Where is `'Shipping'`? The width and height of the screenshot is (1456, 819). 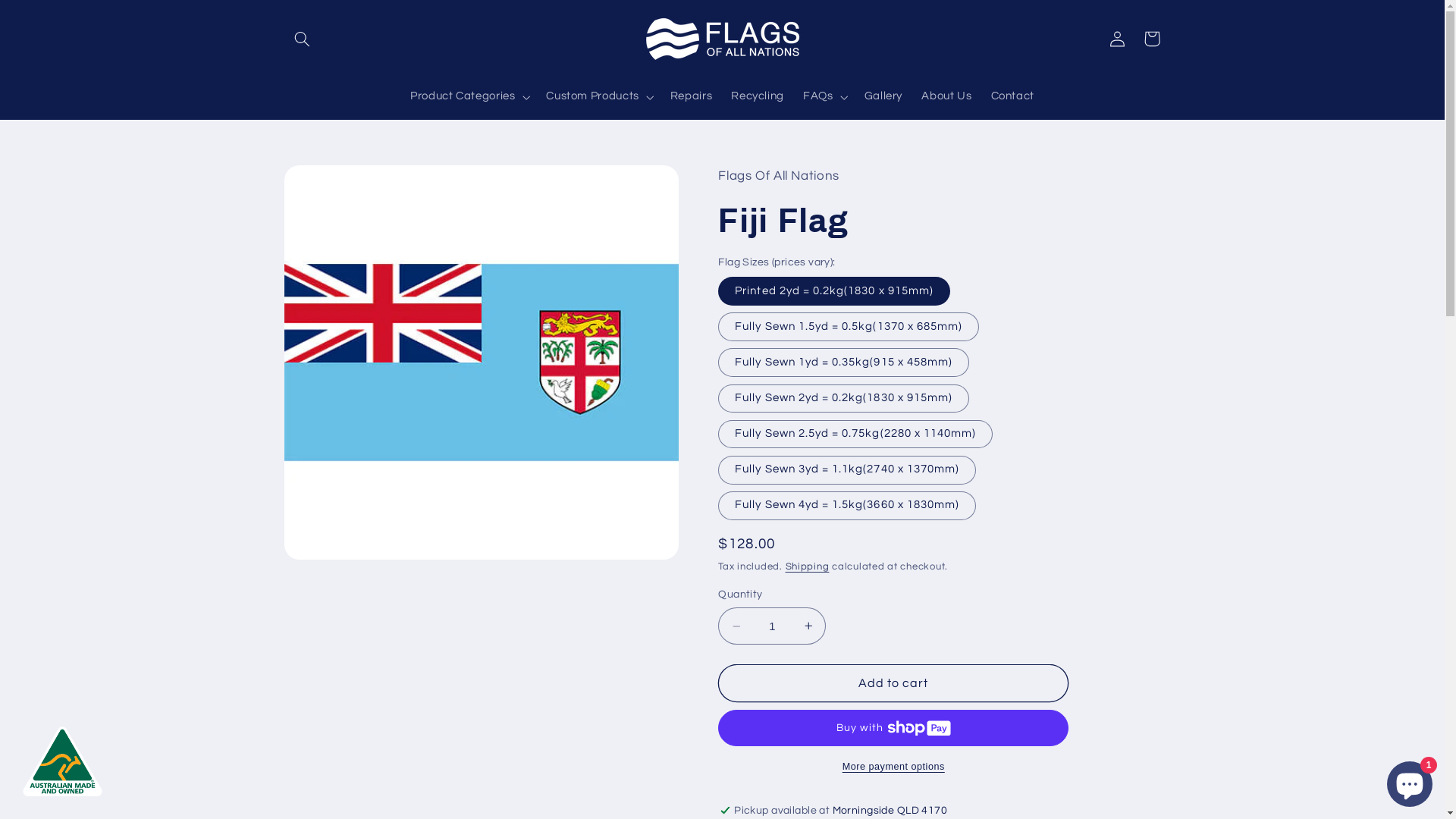
'Shipping' is located at coordinates (807, 566).